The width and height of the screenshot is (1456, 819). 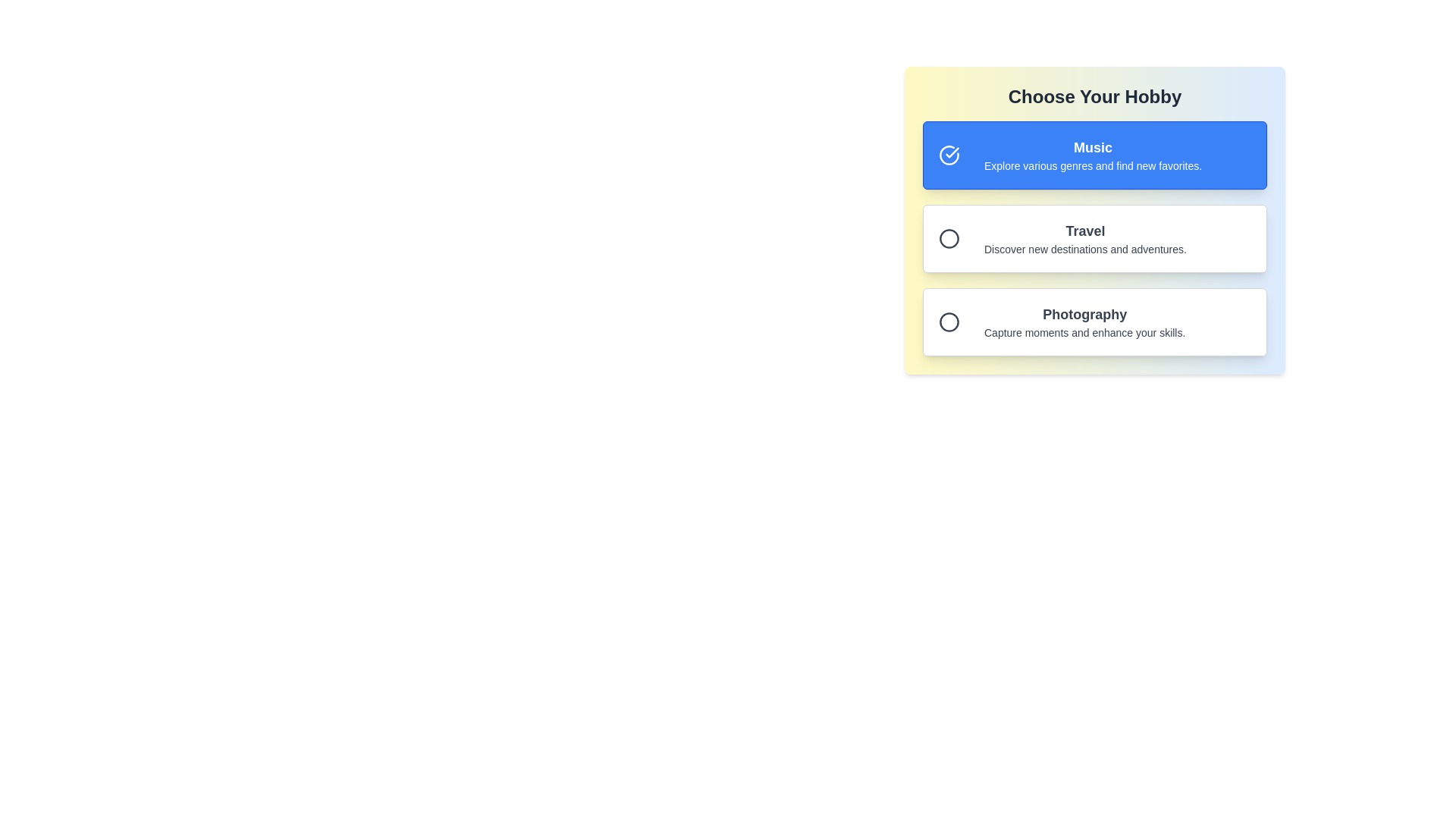 What do you see at coordinates (1084, 248) in the screenshot?
I see `the text label displaying 'Discover new destinations and adventures.' which is positioned below the 'Travel' heading in the vertically stacked layout` at bounding box center [1084, 248].